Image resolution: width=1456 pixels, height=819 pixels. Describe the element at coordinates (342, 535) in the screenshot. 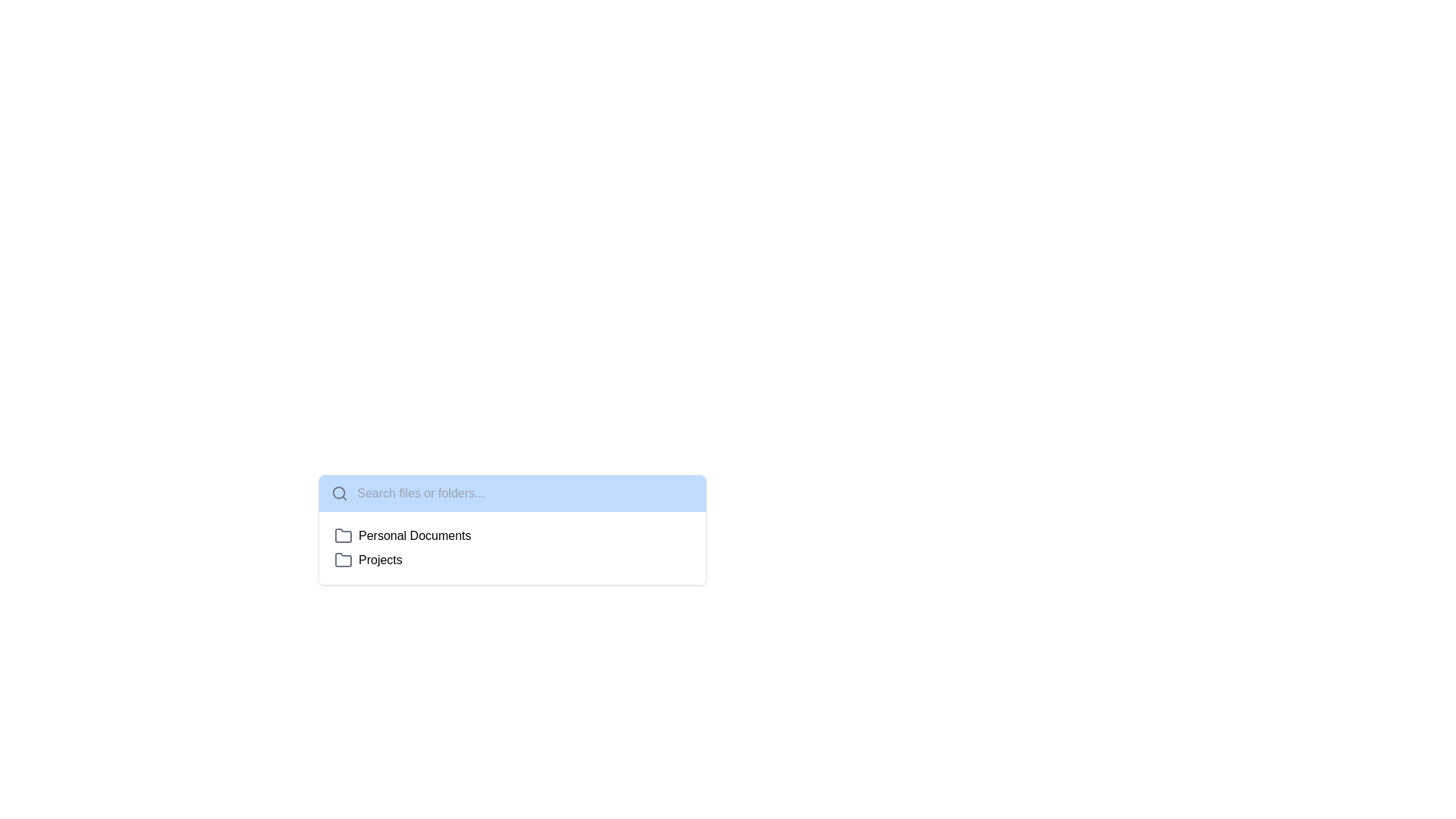

I see `the folder icon representing 'Personal Documents'` at that location.